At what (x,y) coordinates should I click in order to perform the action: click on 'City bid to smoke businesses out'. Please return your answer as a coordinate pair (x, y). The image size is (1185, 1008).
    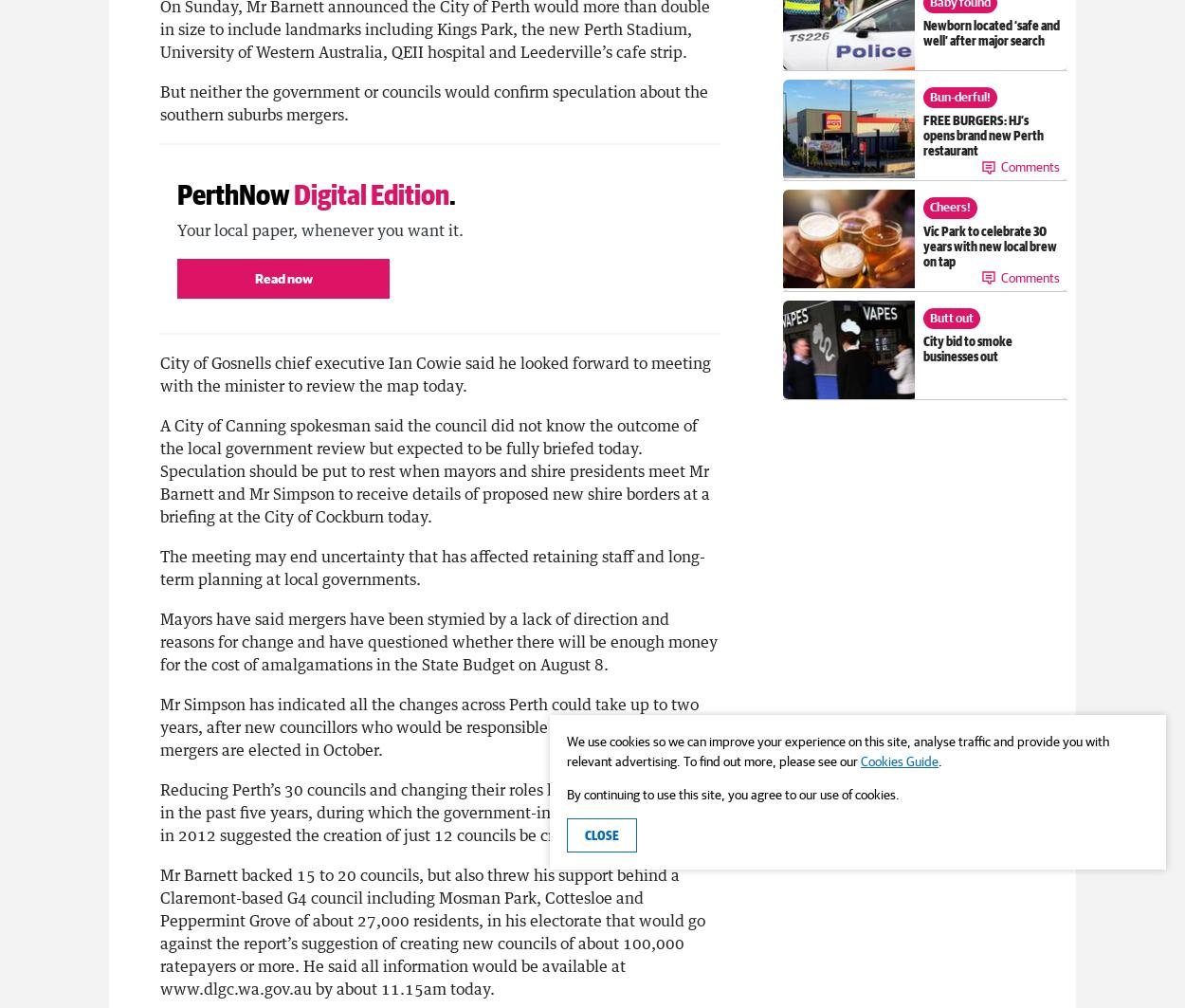
    Looking at the image, I should click on (966, 347).